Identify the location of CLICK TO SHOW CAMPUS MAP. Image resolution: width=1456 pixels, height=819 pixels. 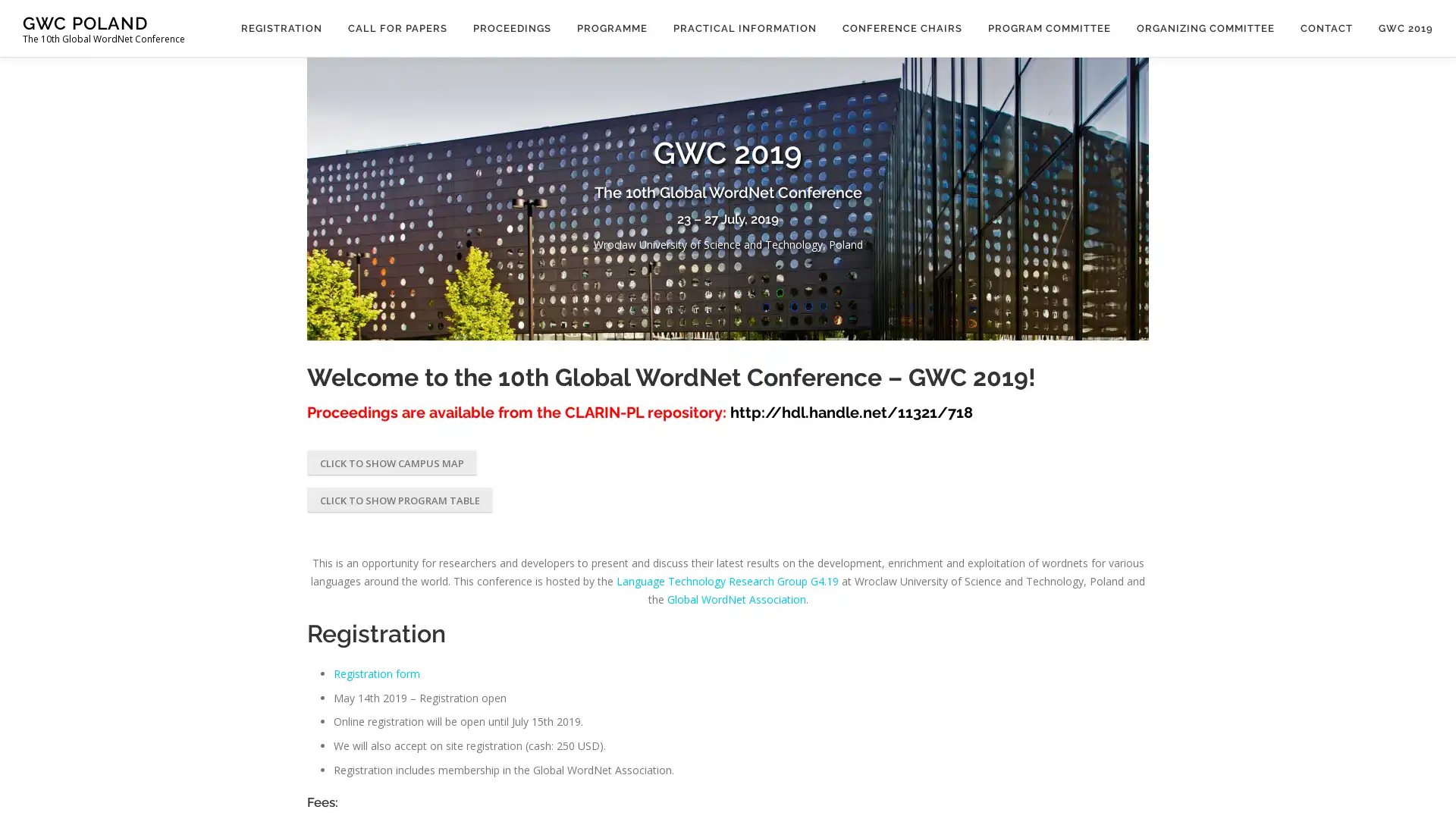
(392, 461).